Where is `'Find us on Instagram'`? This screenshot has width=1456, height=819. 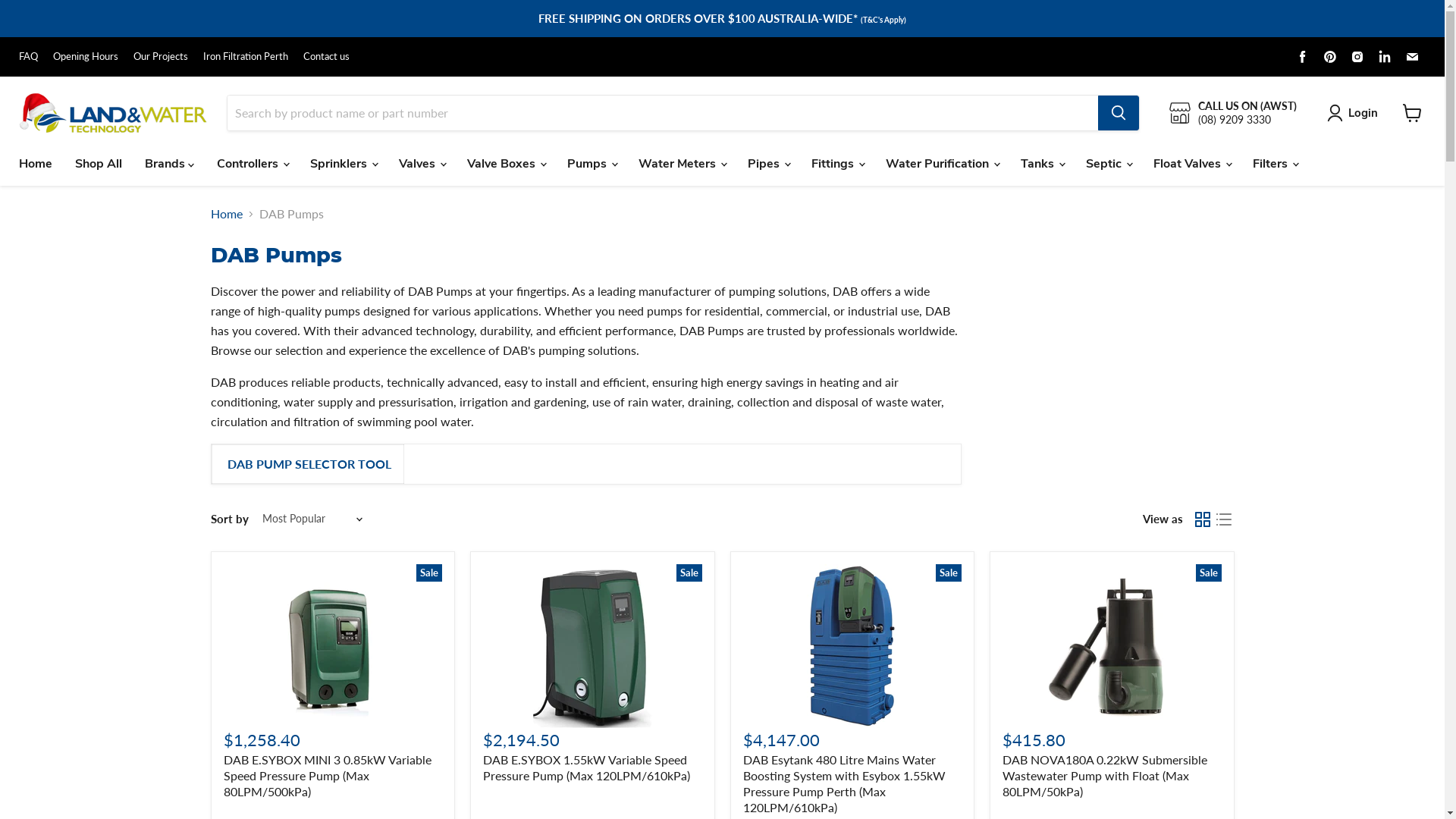 'Find us on Instagram' is located at coordinates (1357, 55).